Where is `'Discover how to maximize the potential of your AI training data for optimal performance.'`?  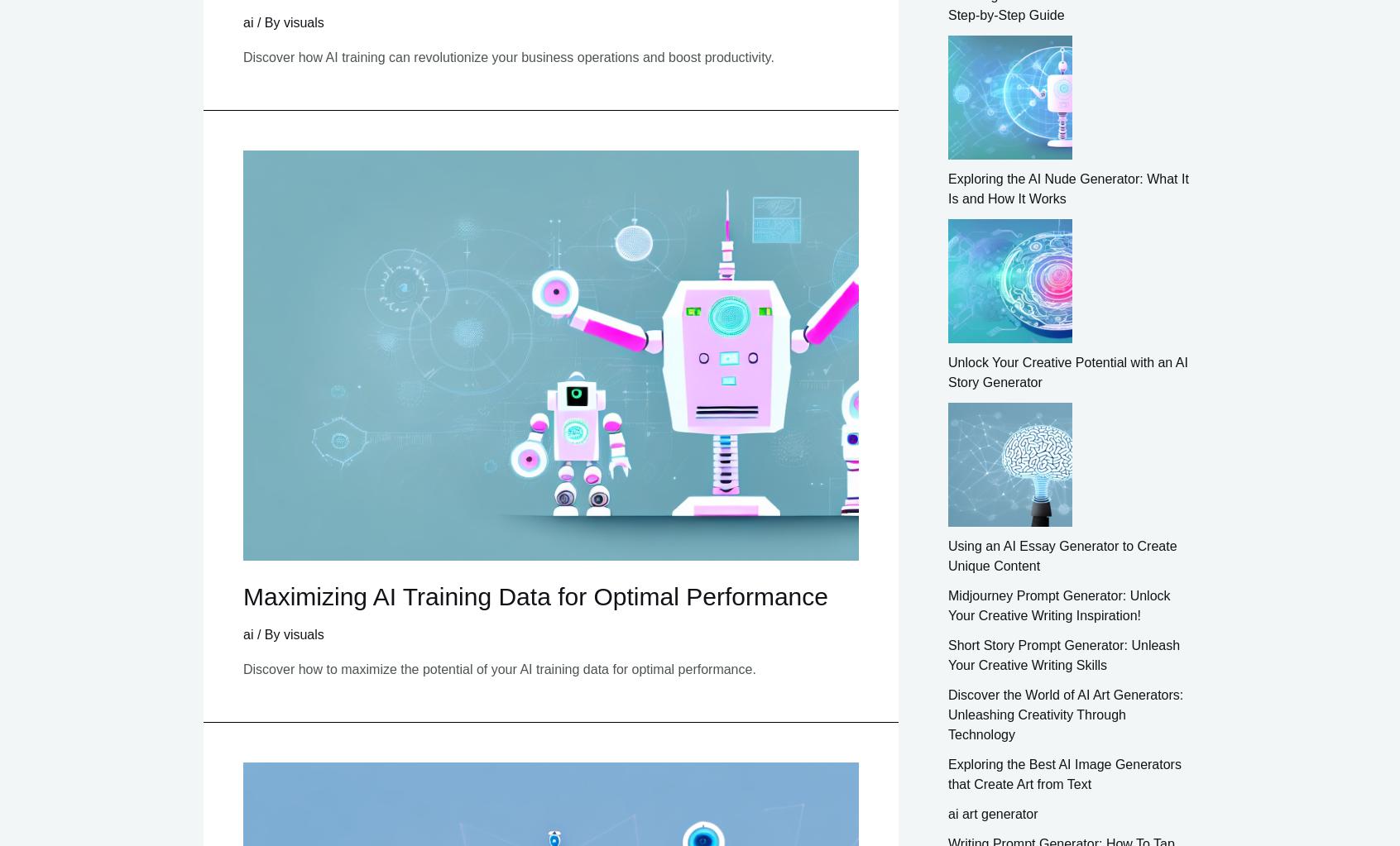
'Discover how to maximize the potential of your AI training data for optimal performance.' is located at coordinates (242, 669).